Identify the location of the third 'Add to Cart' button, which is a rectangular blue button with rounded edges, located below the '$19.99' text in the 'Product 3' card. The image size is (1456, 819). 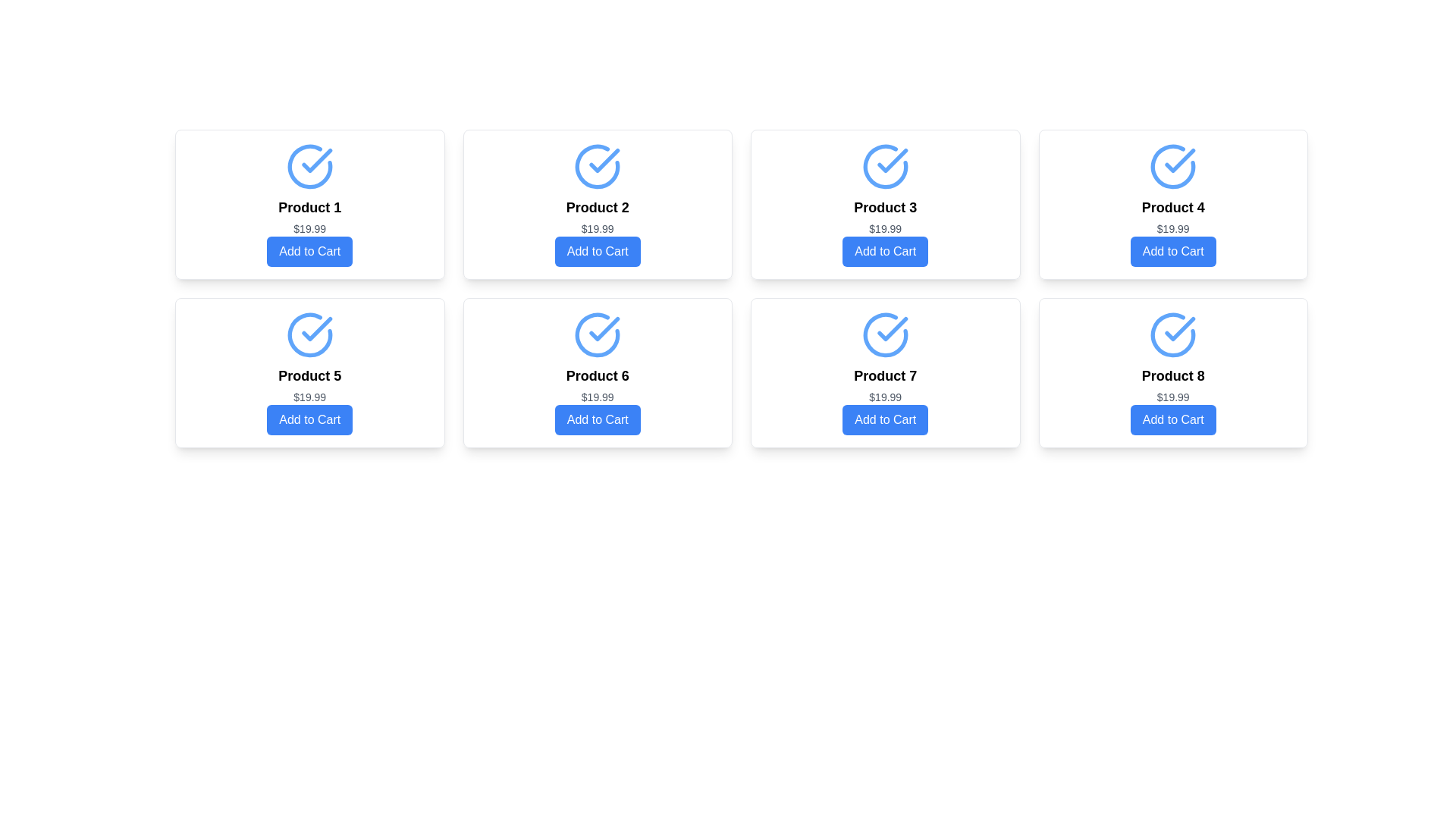
(885, 250).